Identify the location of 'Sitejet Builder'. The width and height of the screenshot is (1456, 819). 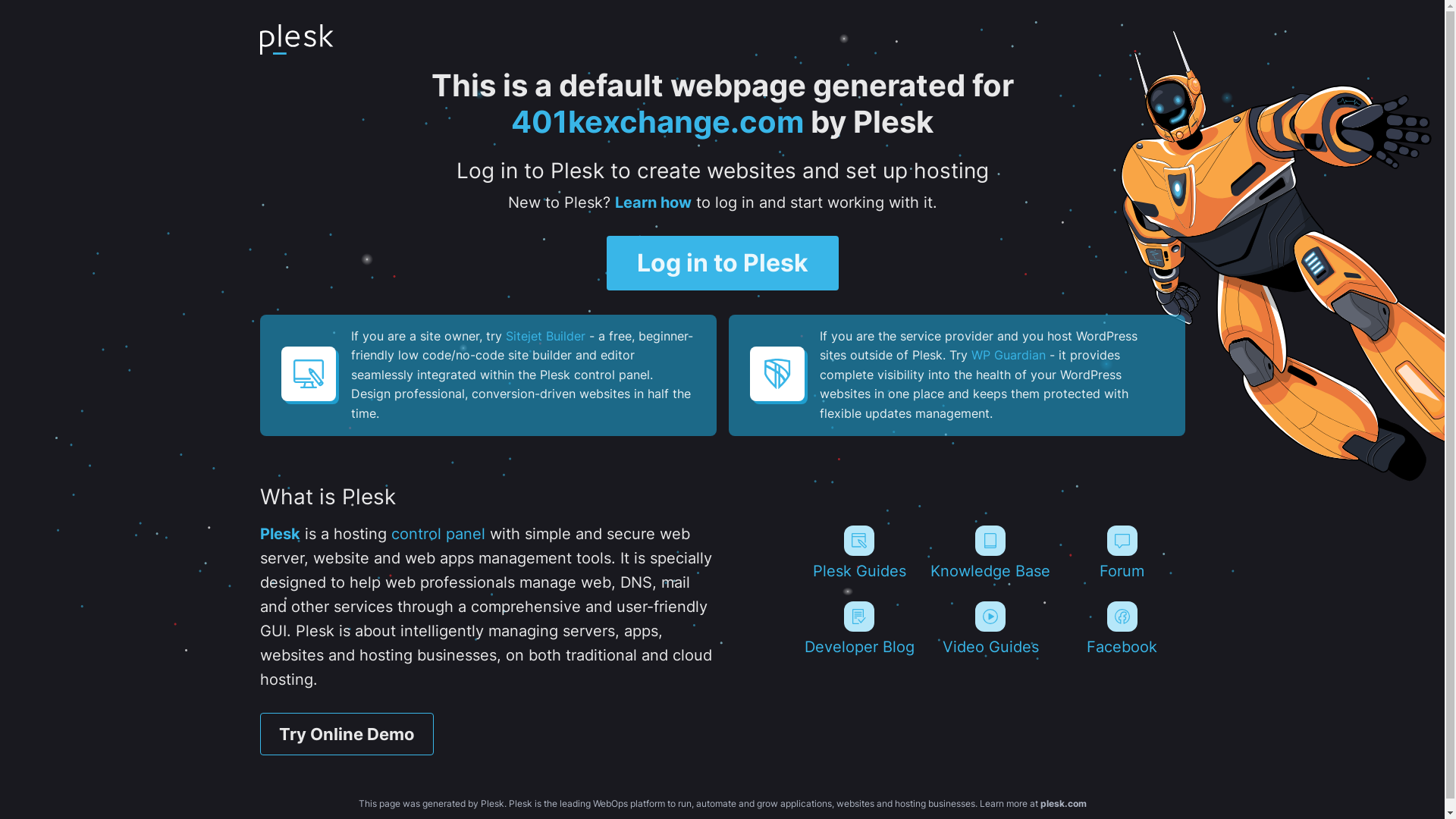
(544, 335).